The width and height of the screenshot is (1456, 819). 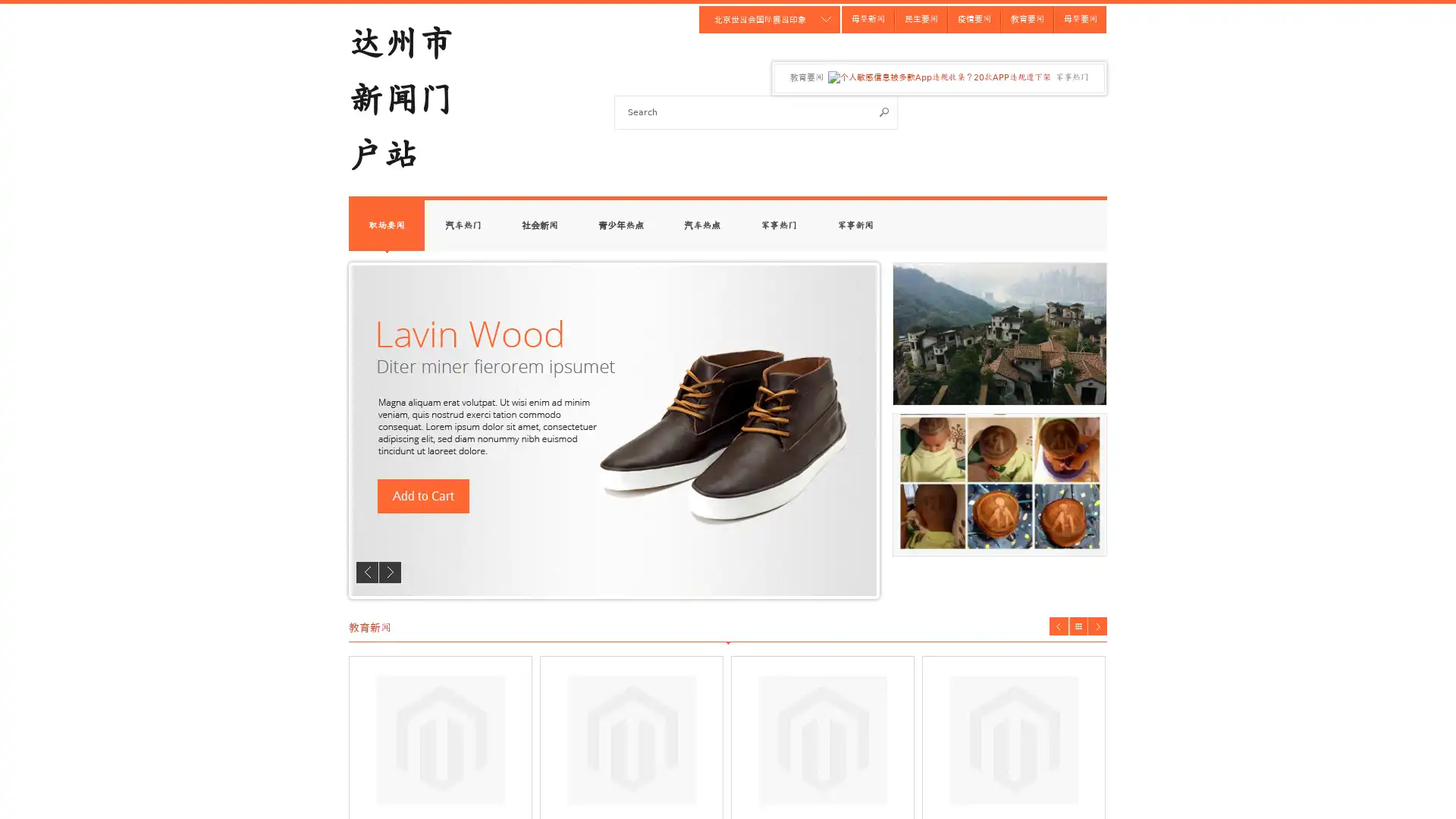 What do you see at coordinates (884, 111) in the screenshot?
I see `Search` at bounding box center [884, 111].